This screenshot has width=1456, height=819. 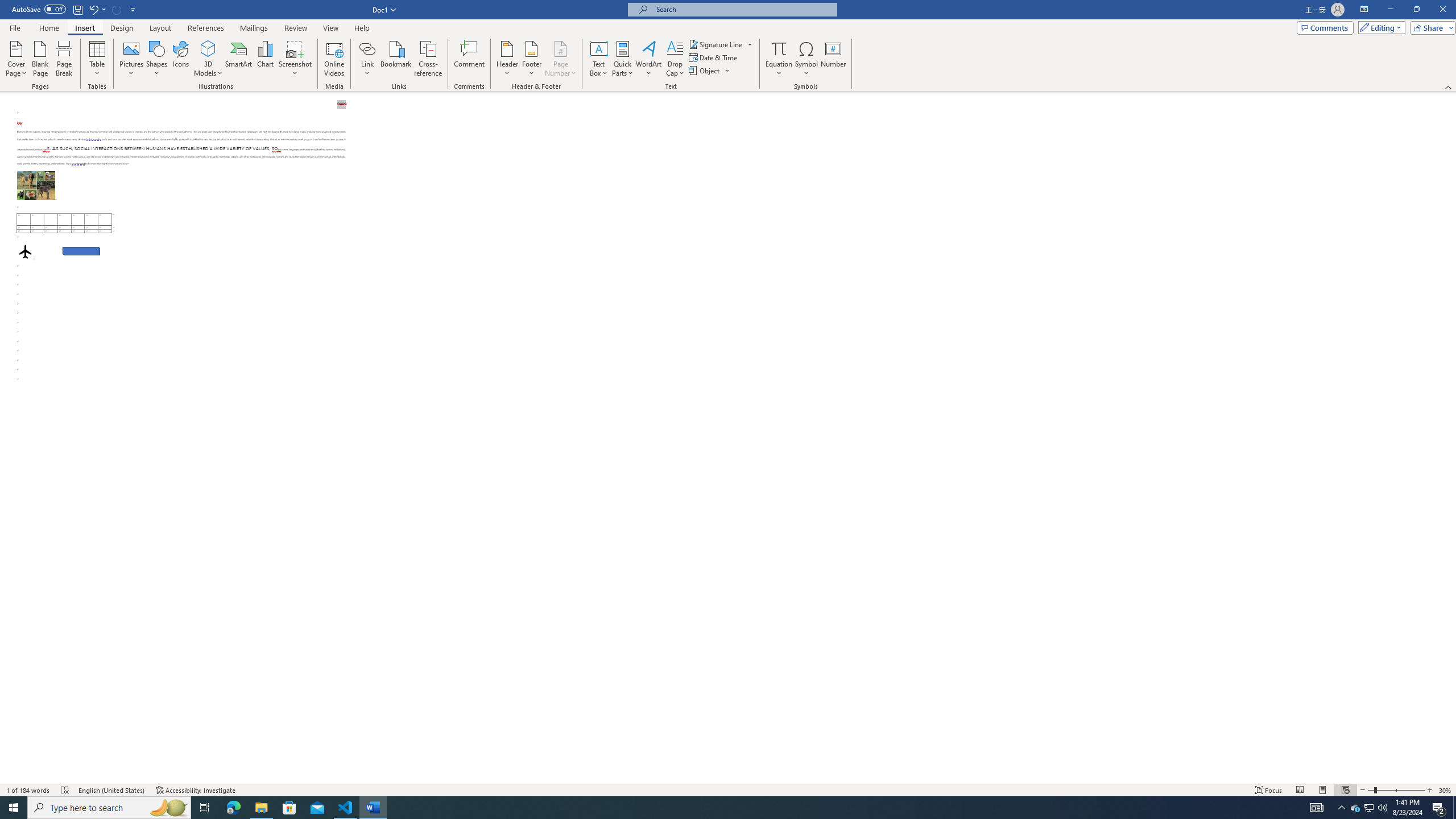 What do you see at coordinates (806, 59) in the screenshot?
I see `'Symbol'` at bounding box center [806, 59].